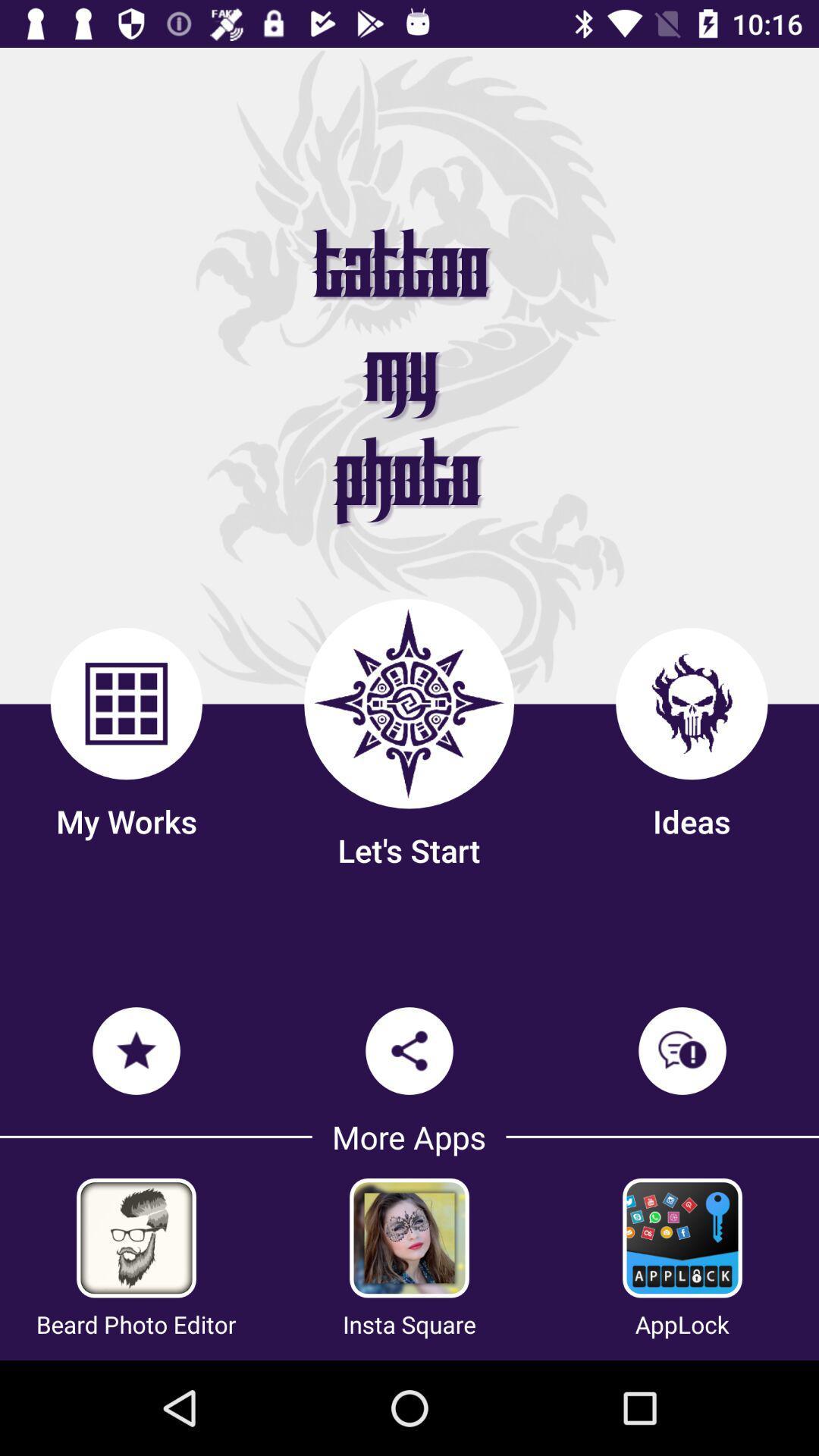 Image resolution: width=819 pixels, height=1456 pixels. I want to click on the applock item, so click(681, 1323).